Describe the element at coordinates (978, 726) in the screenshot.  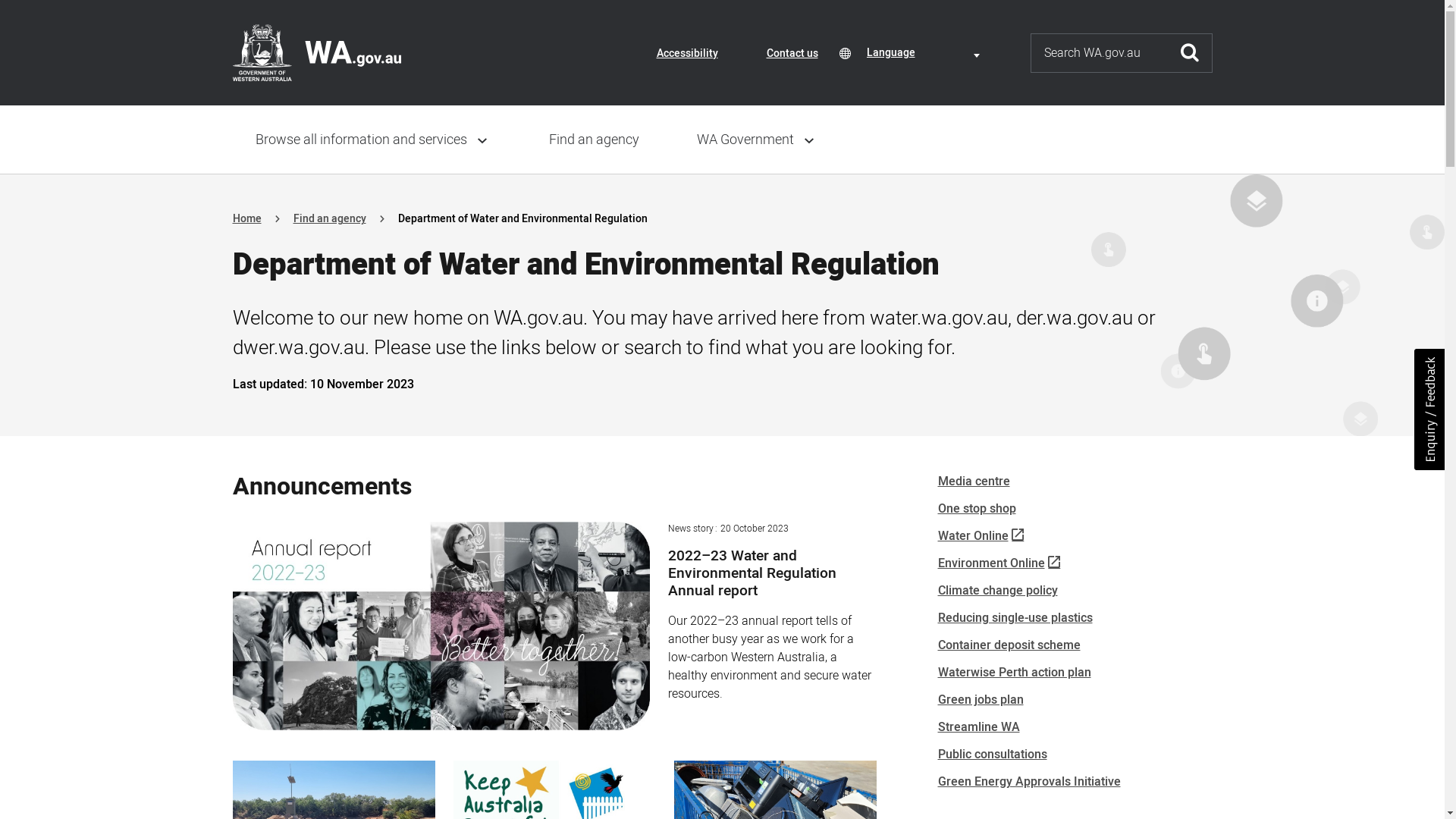
I see `'Streamline WA'` at that location.